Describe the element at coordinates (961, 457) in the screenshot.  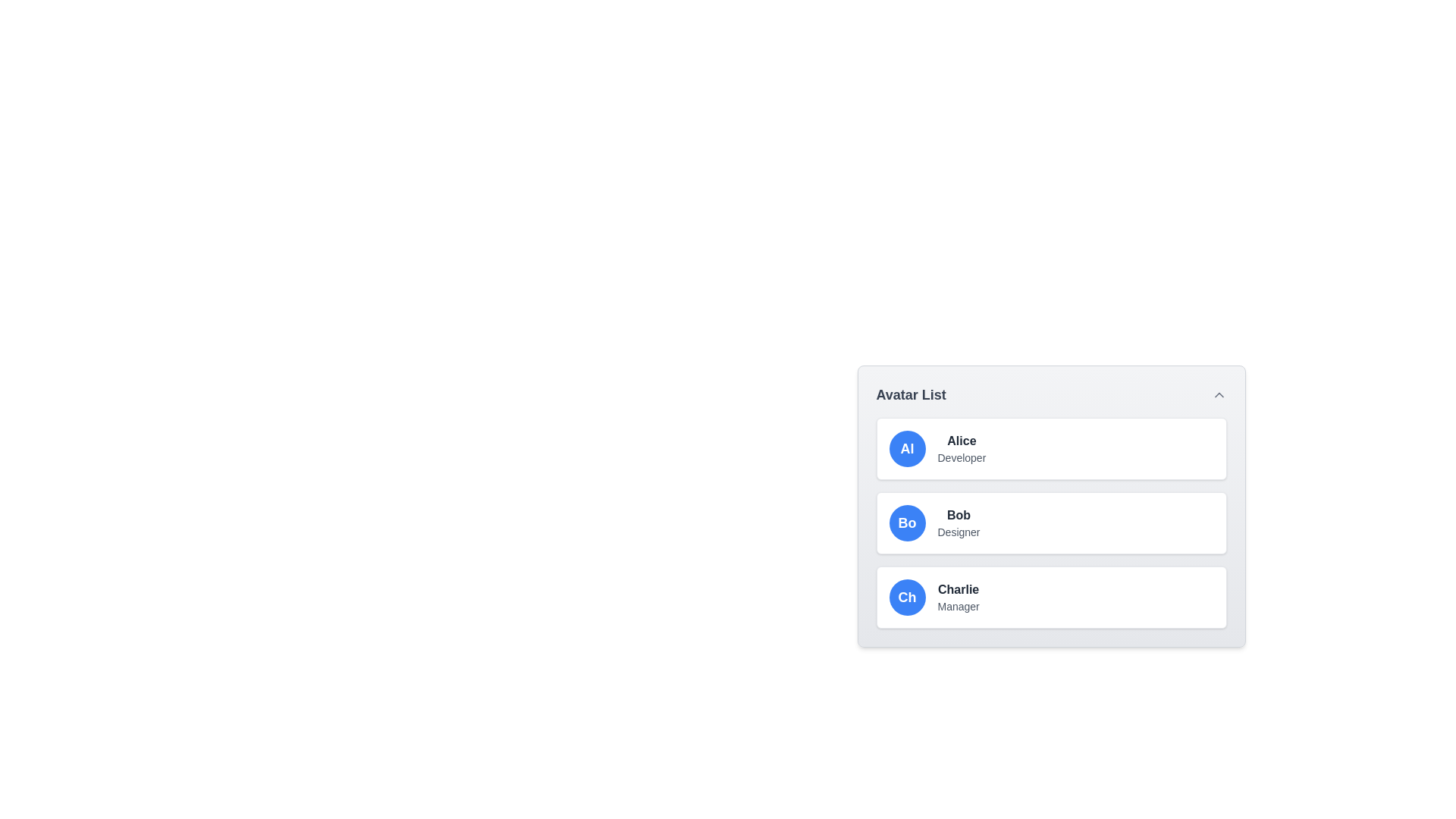
I see `text label displaying 'Developer', which is styled in gray and located below the name 'Alice'` at that location.